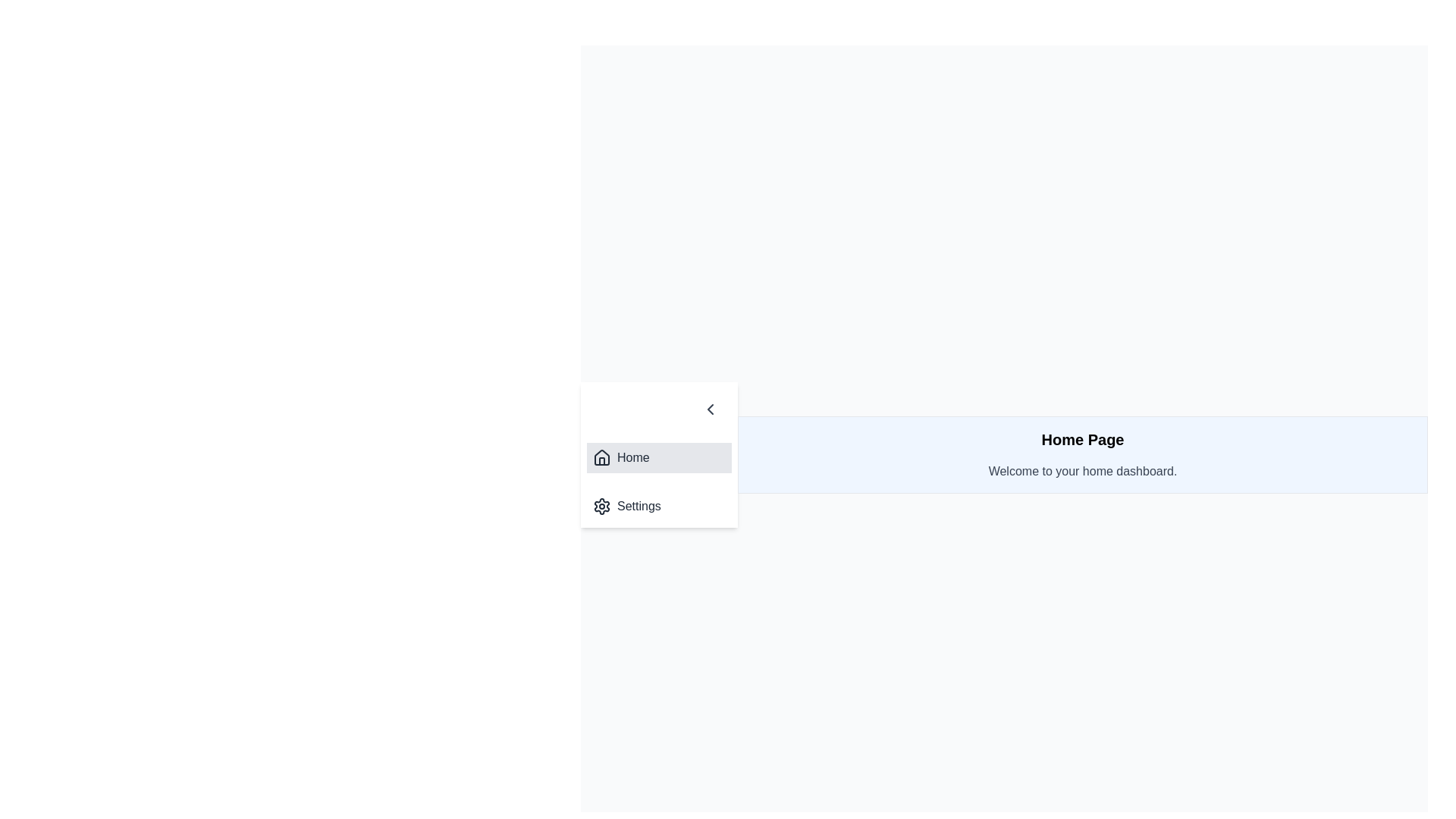  What do you see at coordinates (659, 457) in the screenshot?
I see `the 'Home' horizontal menu item in the vertical navigation list` at bounding box center [659, 457].